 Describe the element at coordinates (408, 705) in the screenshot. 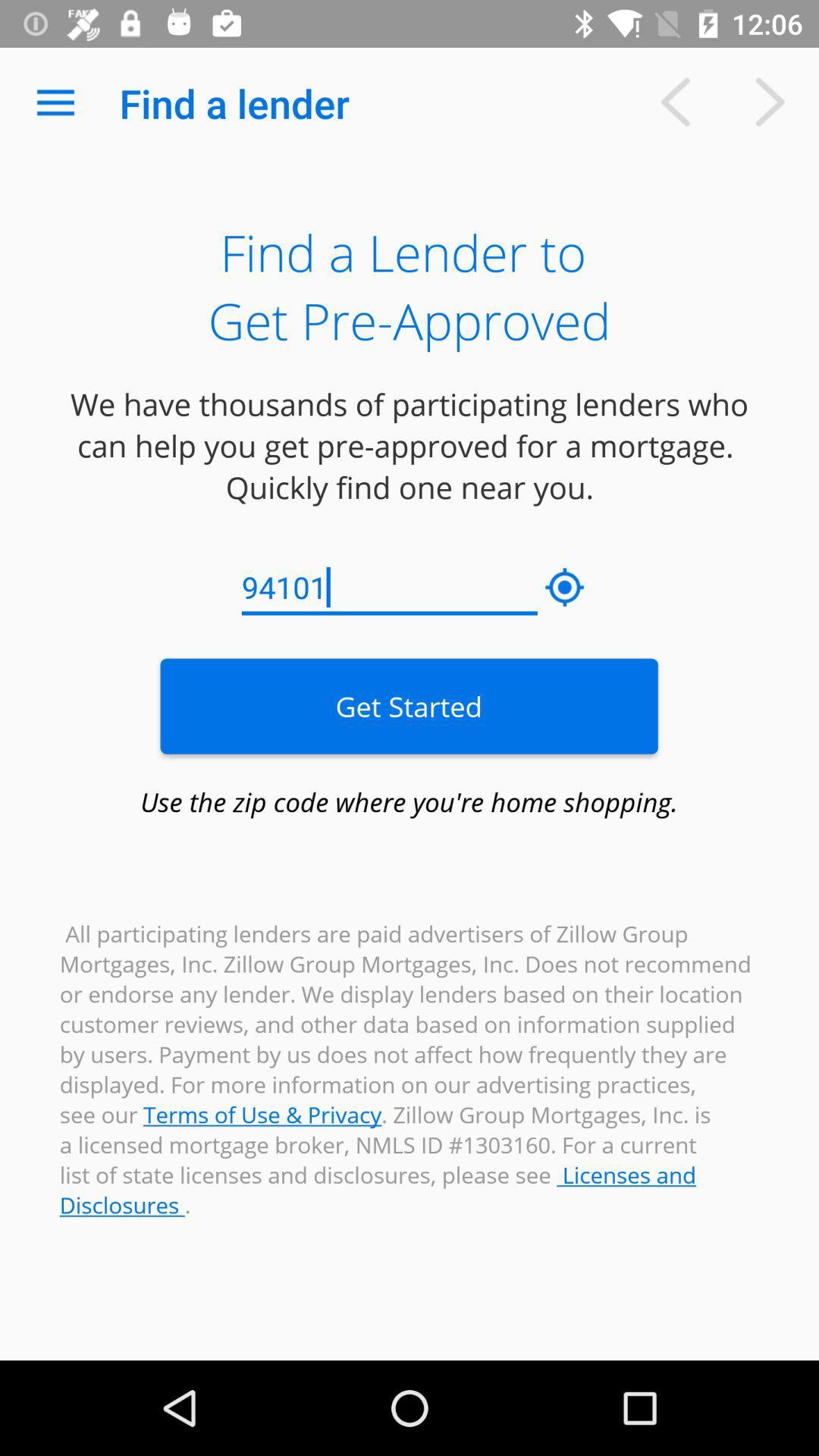

I see `item below the 94101 icon` at that location.